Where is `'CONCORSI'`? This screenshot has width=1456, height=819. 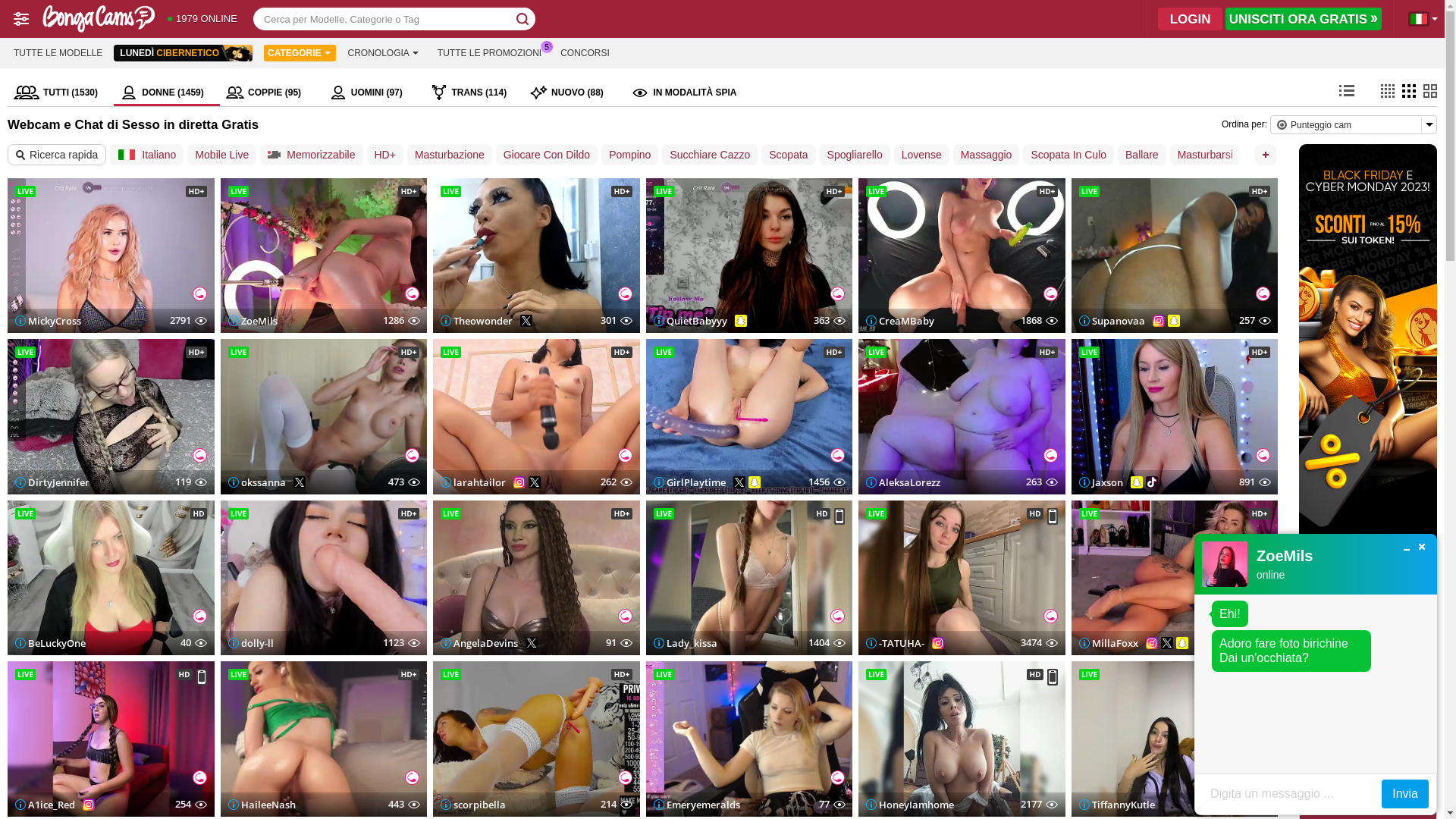 'CONCORSI' is located at coordinates (584, 52).